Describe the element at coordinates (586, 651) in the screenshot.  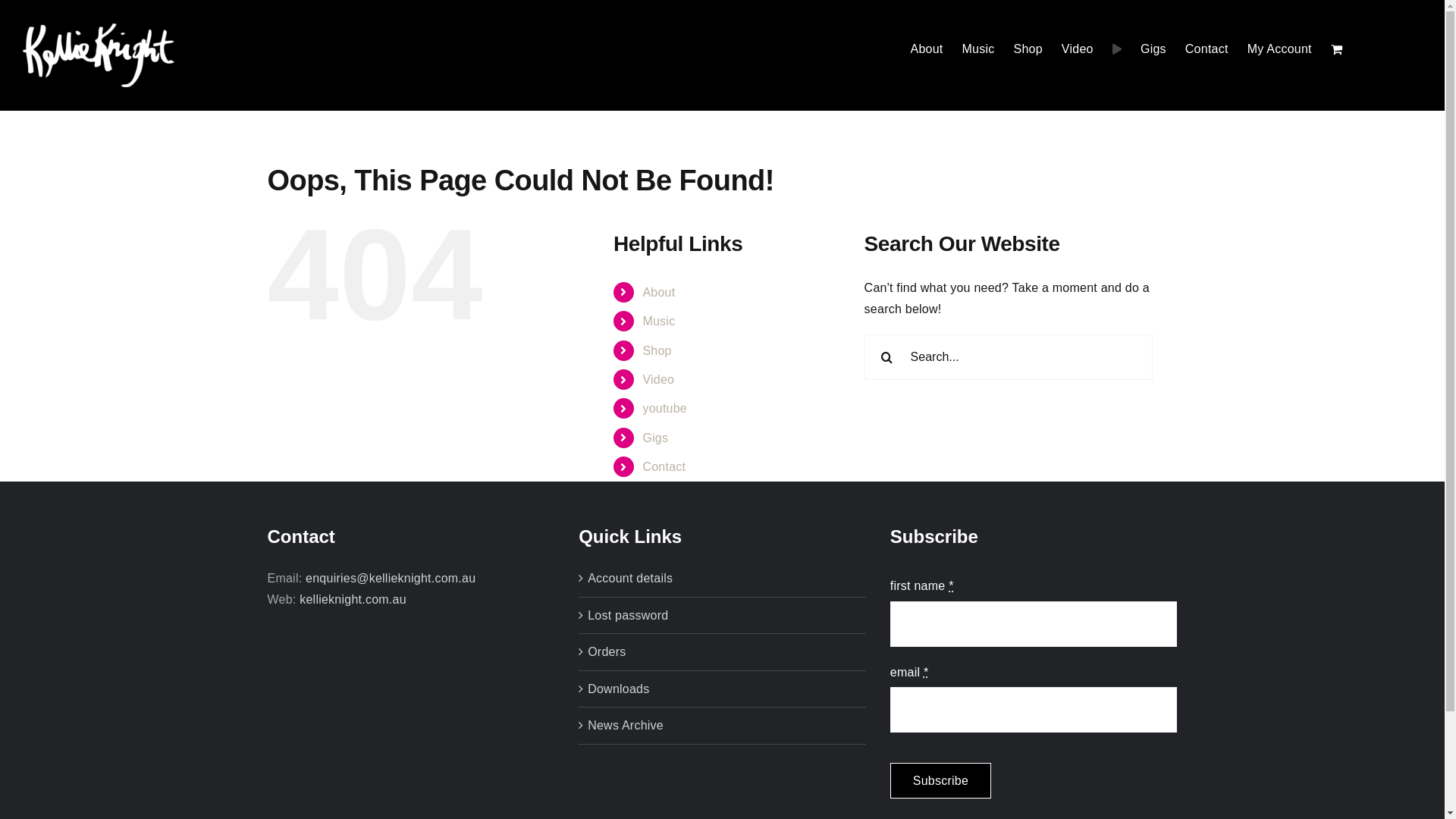
I see `'Orders'` at that location.